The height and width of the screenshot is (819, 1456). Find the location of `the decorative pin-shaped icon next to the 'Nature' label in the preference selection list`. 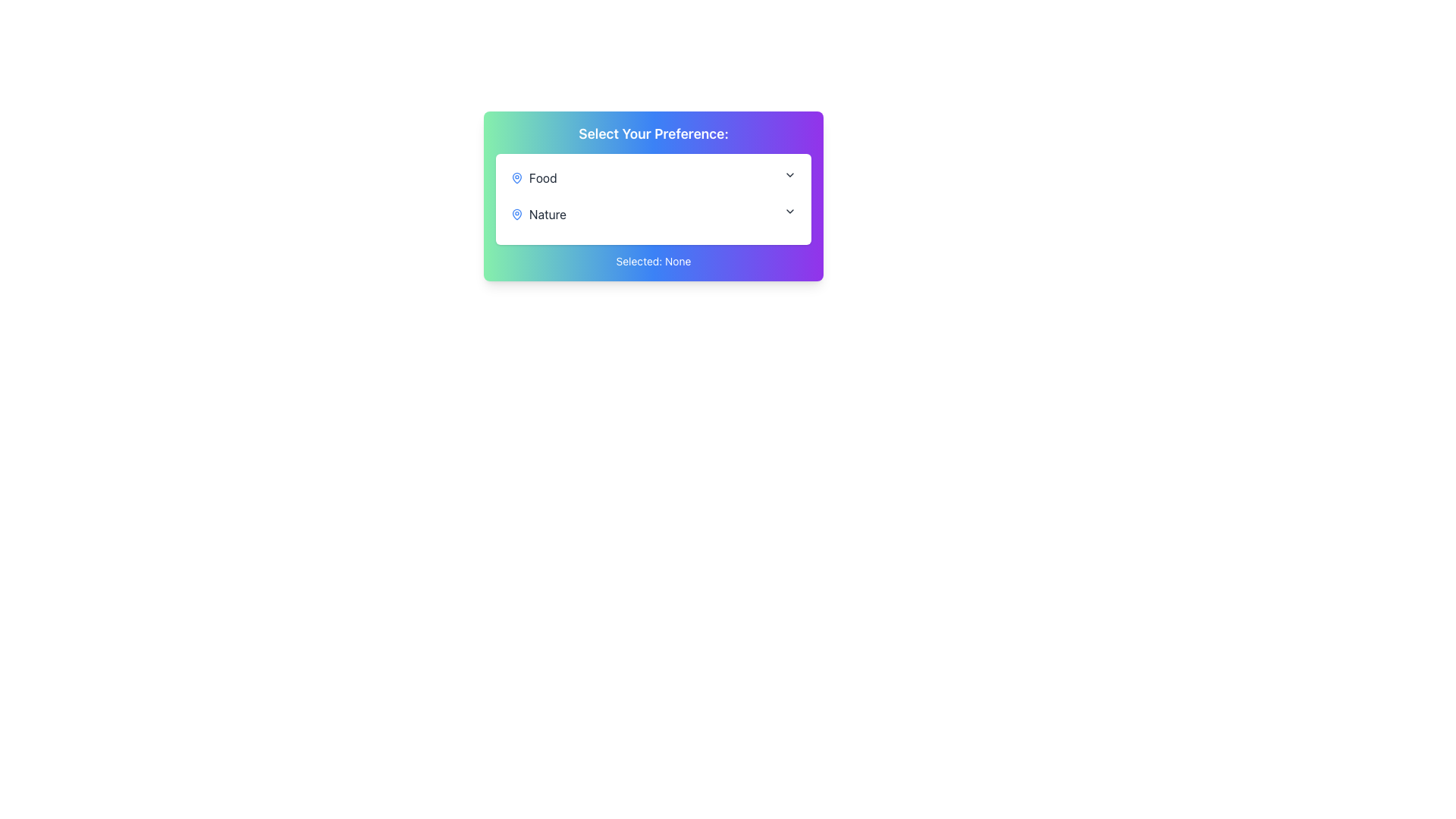

the decorative pin-shaped icon next to the 'Nature' label in the preference selection list is located at coordinates (516, 213).